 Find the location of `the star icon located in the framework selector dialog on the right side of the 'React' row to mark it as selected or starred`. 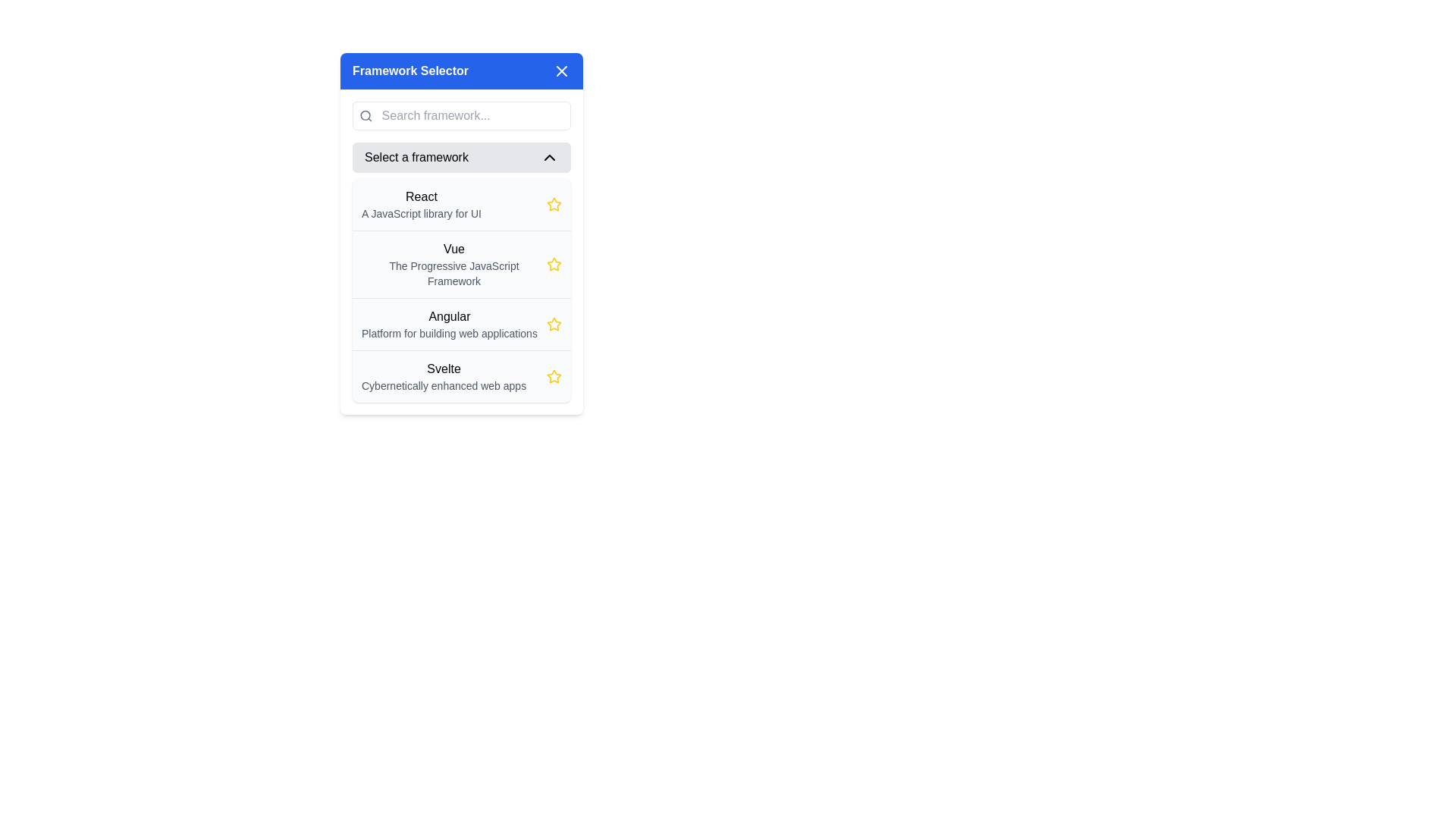

the star icon located in the framework selector dialog on the right side of the 'React' row to mark it as selected or starred is located at coordinates (553, 203).